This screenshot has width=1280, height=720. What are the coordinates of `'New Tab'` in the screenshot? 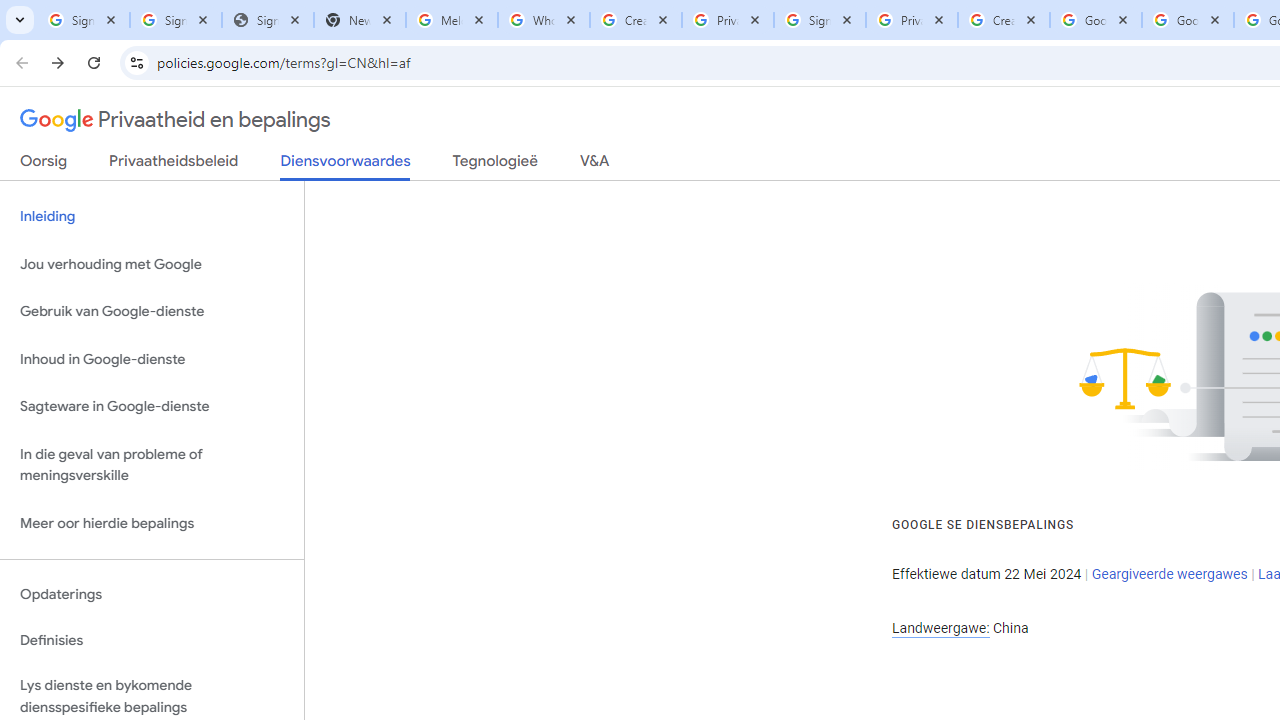 It's located at (359, 20).